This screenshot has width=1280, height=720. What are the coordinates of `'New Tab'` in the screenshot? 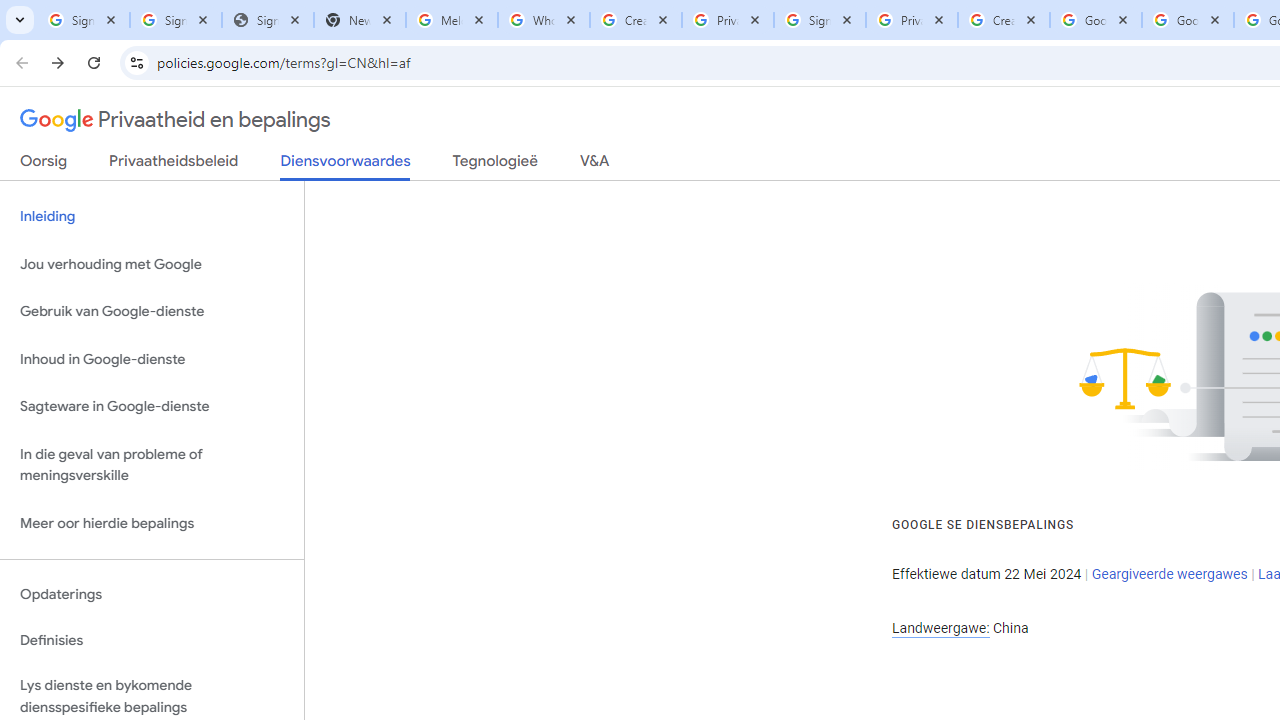 It's located at (359, 20).